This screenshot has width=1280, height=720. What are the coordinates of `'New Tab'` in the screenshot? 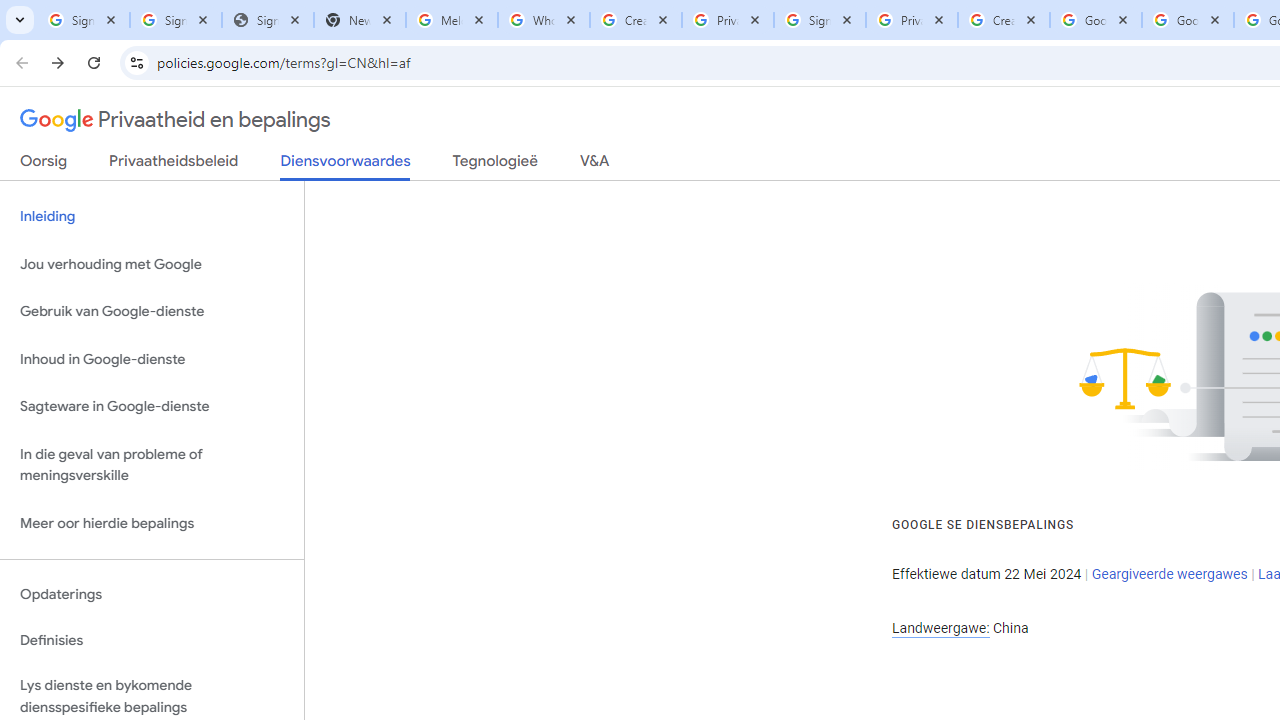 It's located at (359, 20).